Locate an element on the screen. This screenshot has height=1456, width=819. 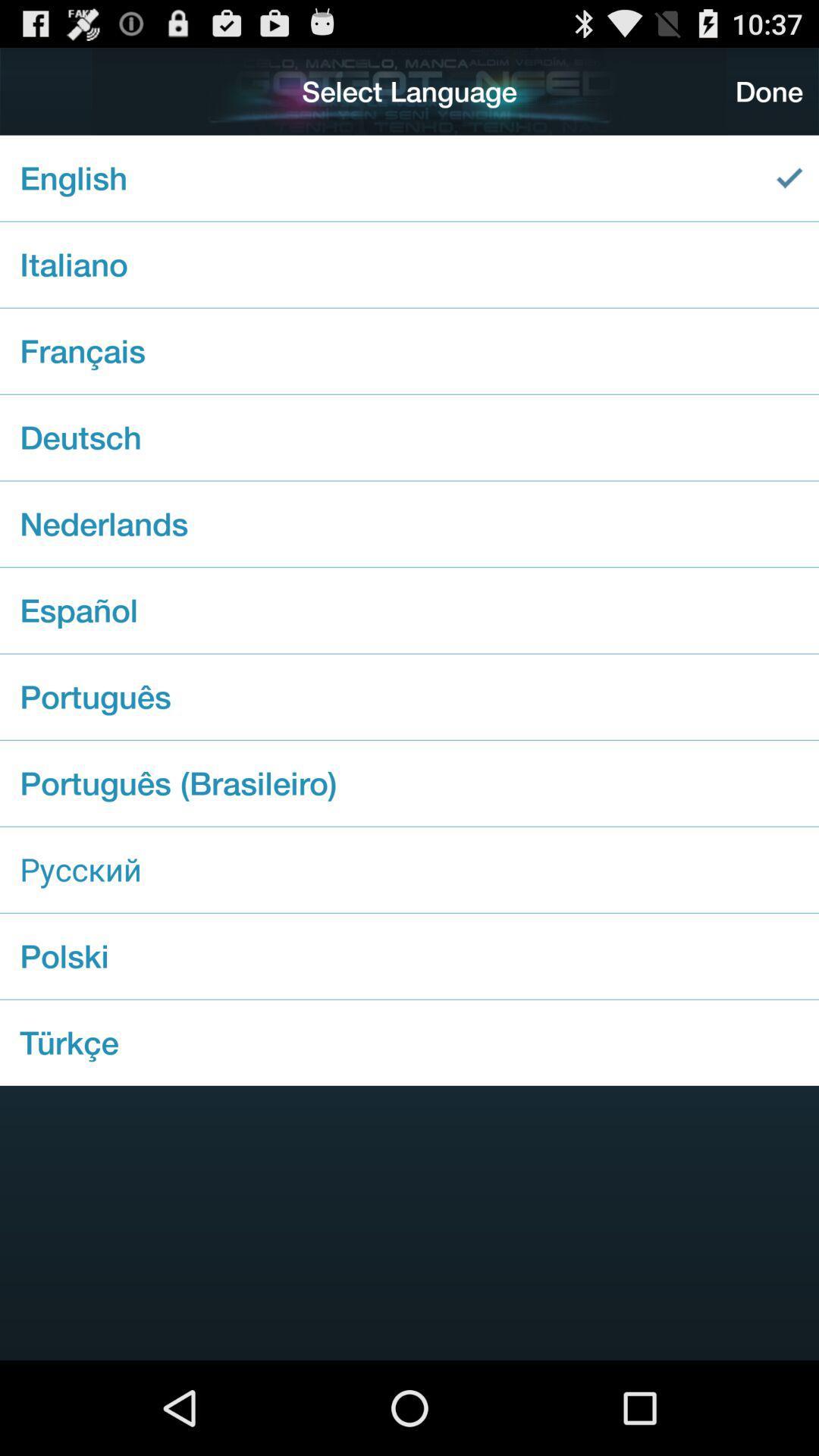
item below the polski checkbox is located at coordinates (409, 1042).